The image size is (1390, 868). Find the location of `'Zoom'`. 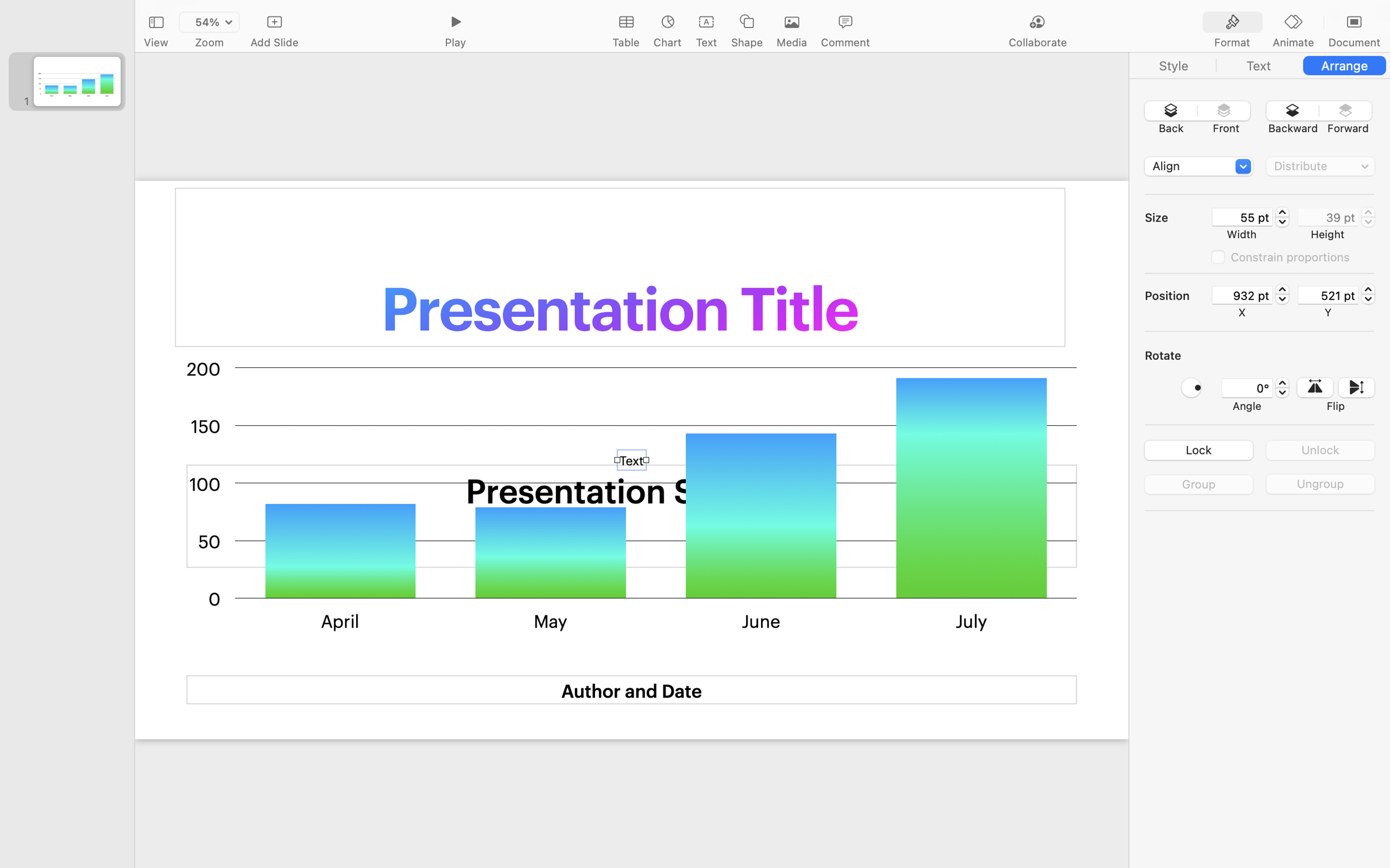

'Zoom' is located at coordinates (210, 42).